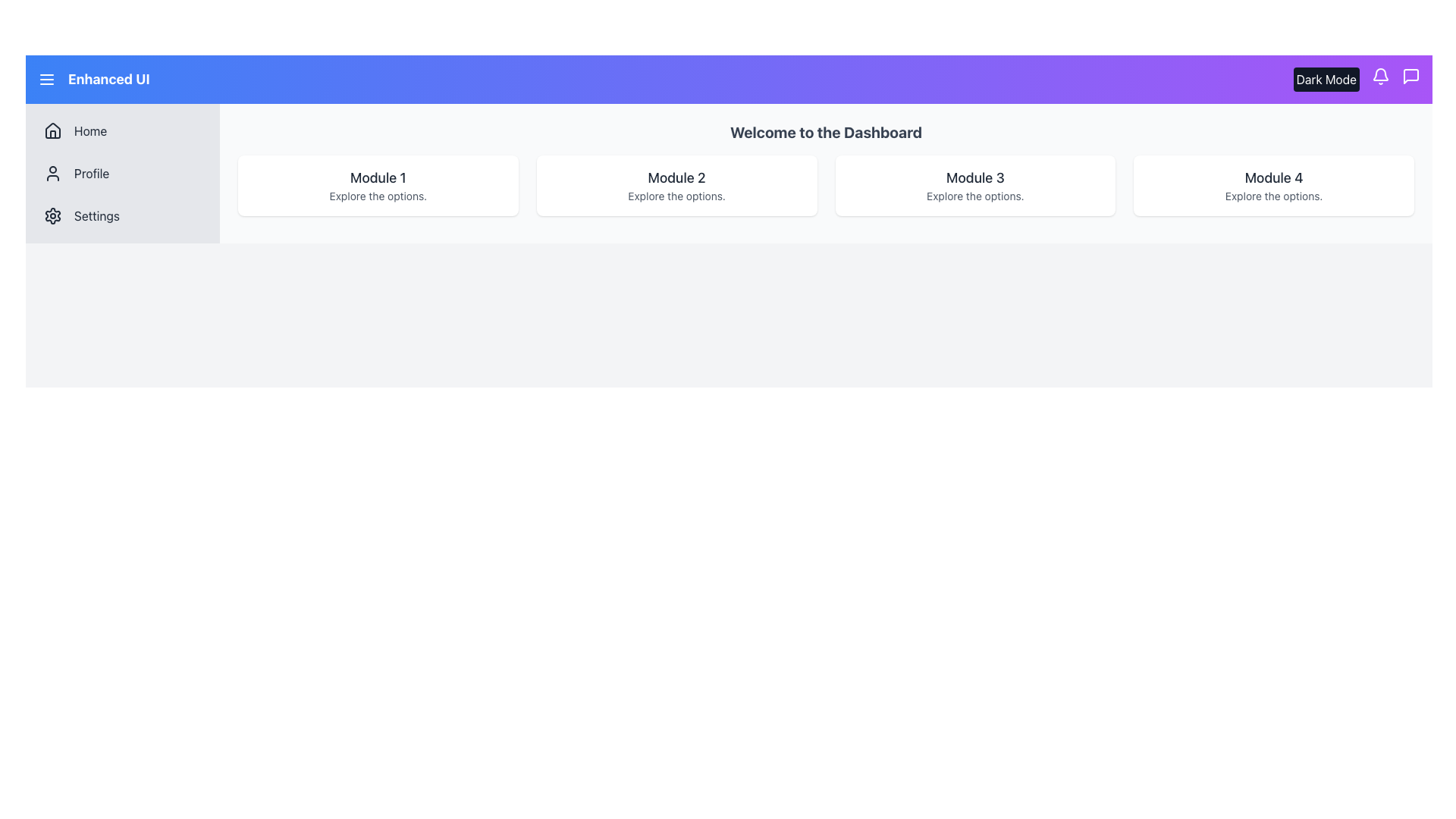 The width and height of the screenshot is (1456, 819). Describe the element at coordinates (1380, 76) in the screenshot. I see `the notification indicator icon located in the top navigation bar, which is the second icon from the right` at that location.